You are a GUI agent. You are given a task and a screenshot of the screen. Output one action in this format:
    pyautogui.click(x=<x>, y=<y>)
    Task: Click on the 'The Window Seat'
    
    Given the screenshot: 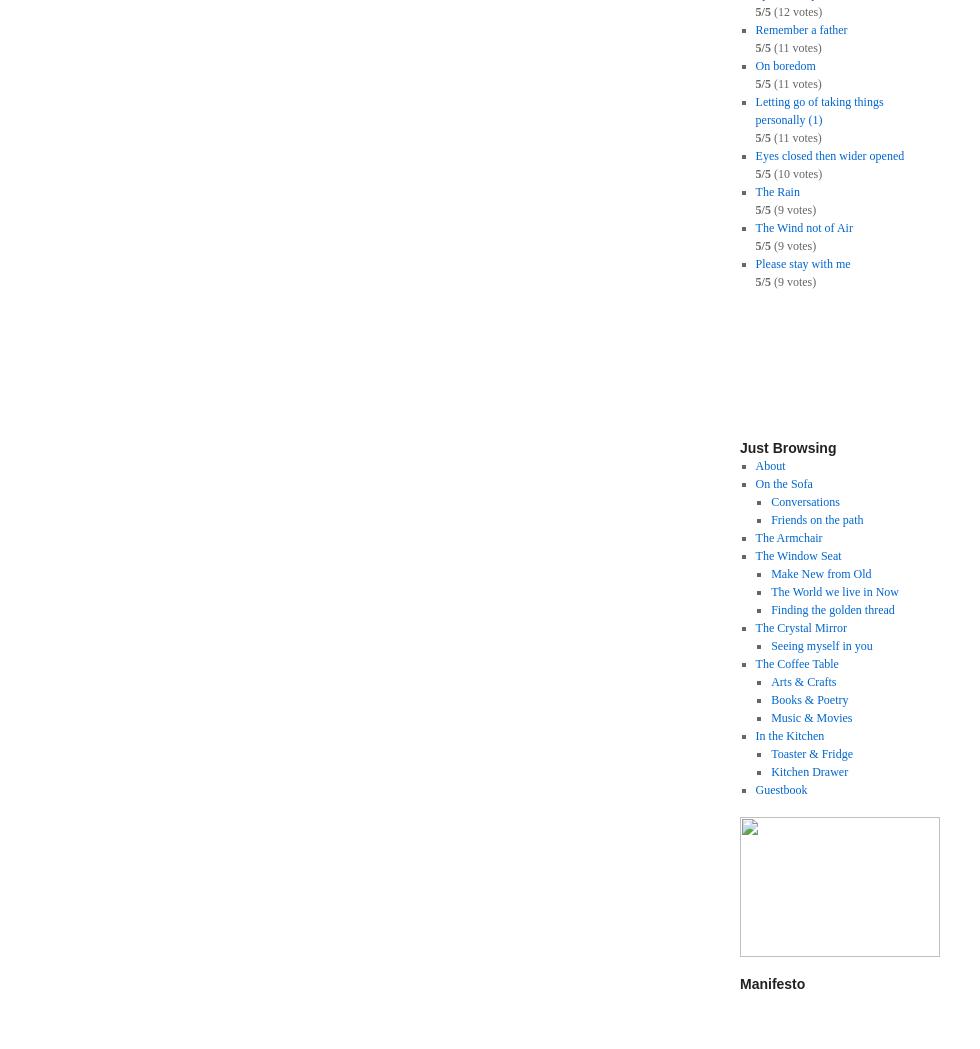 What is the action you would take?
    pyautogui.click(x=798, y=555)
    